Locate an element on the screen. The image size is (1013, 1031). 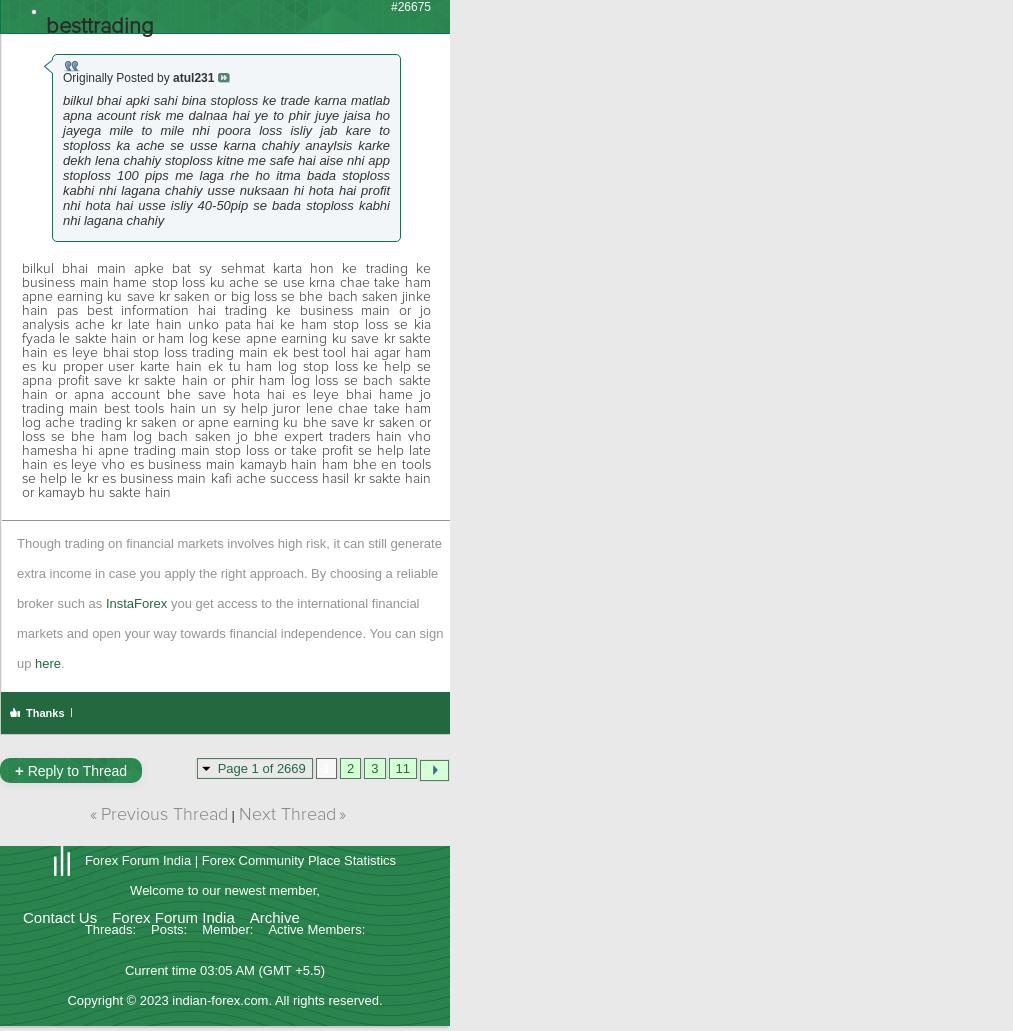
'Copyright © 2023 indian-forex.com. All rights reserved.' is located at coordinates (223, 998).